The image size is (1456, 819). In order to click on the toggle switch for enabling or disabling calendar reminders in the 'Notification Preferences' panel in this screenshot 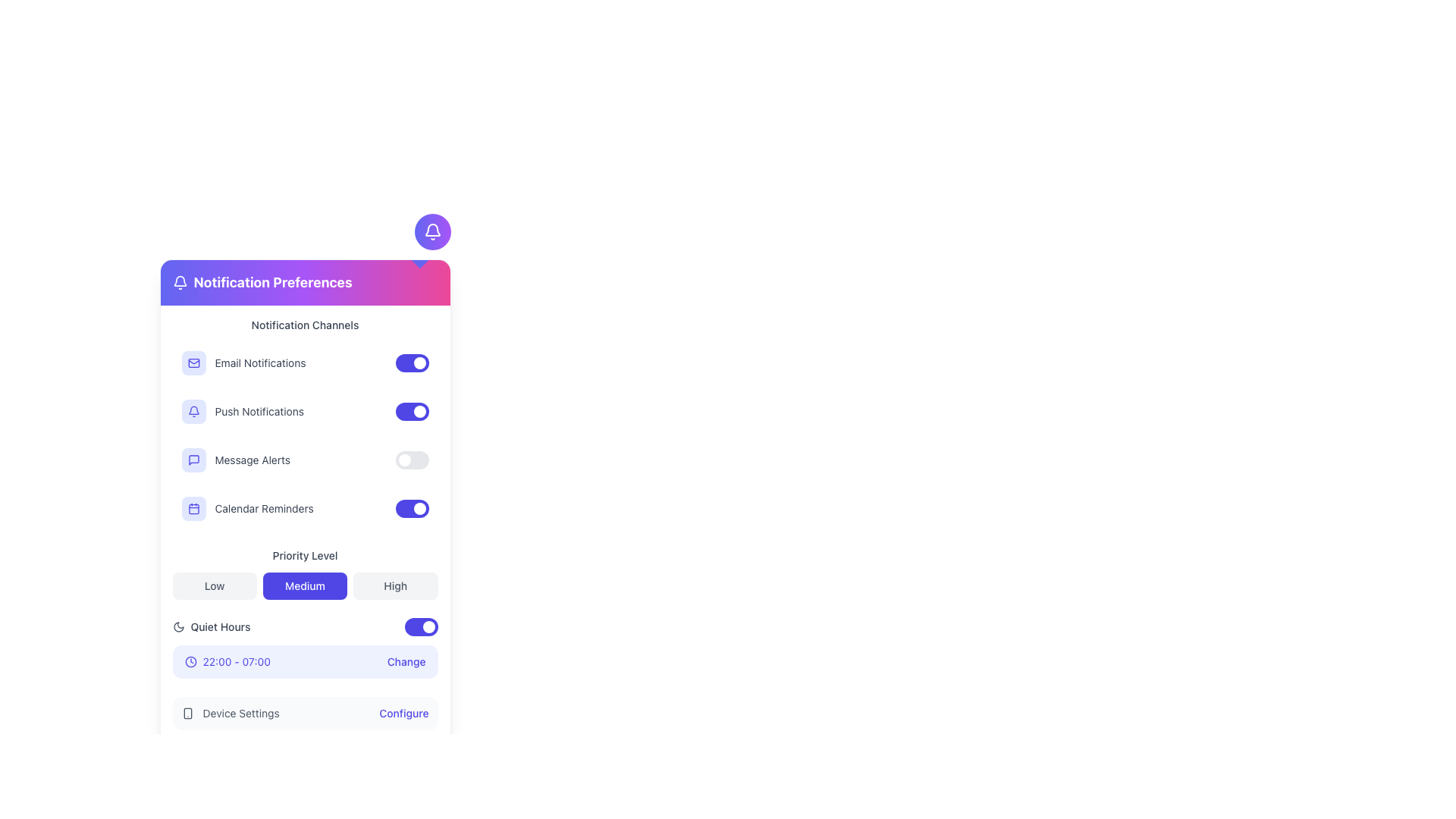, I will do `click(412, 509)`.